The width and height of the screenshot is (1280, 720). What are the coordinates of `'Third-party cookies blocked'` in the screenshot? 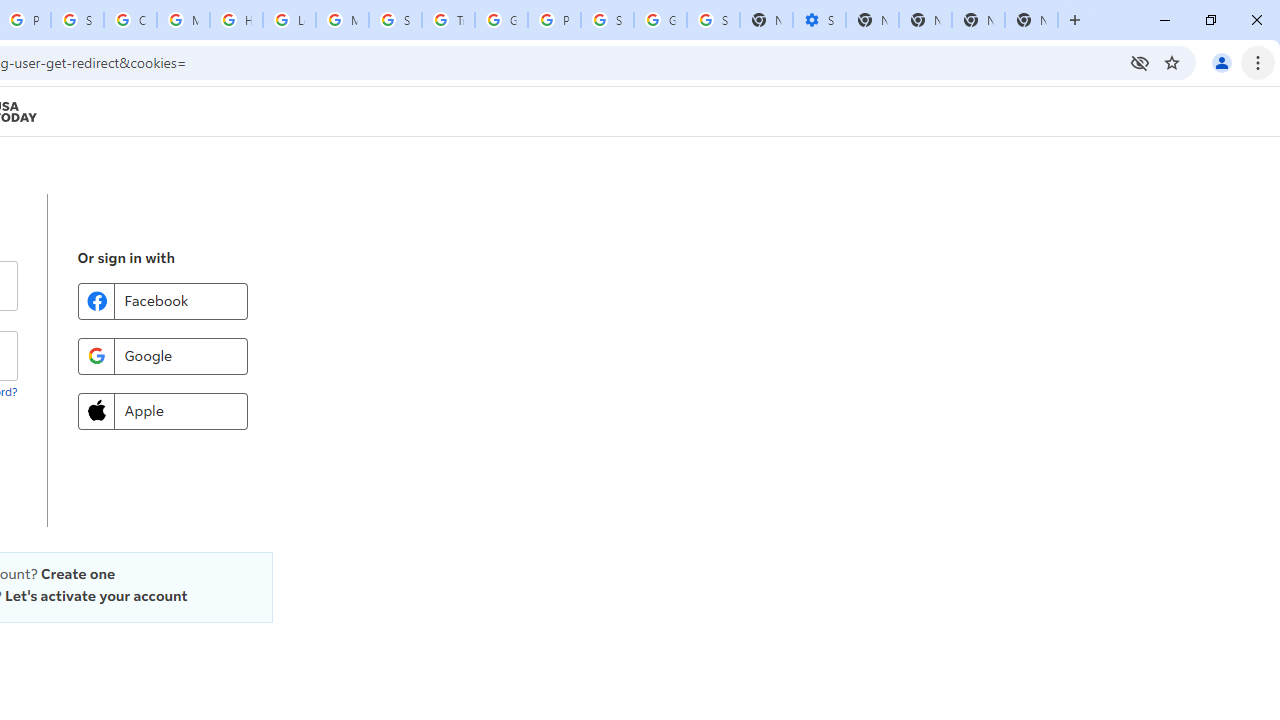 It's located at (1139, 61).